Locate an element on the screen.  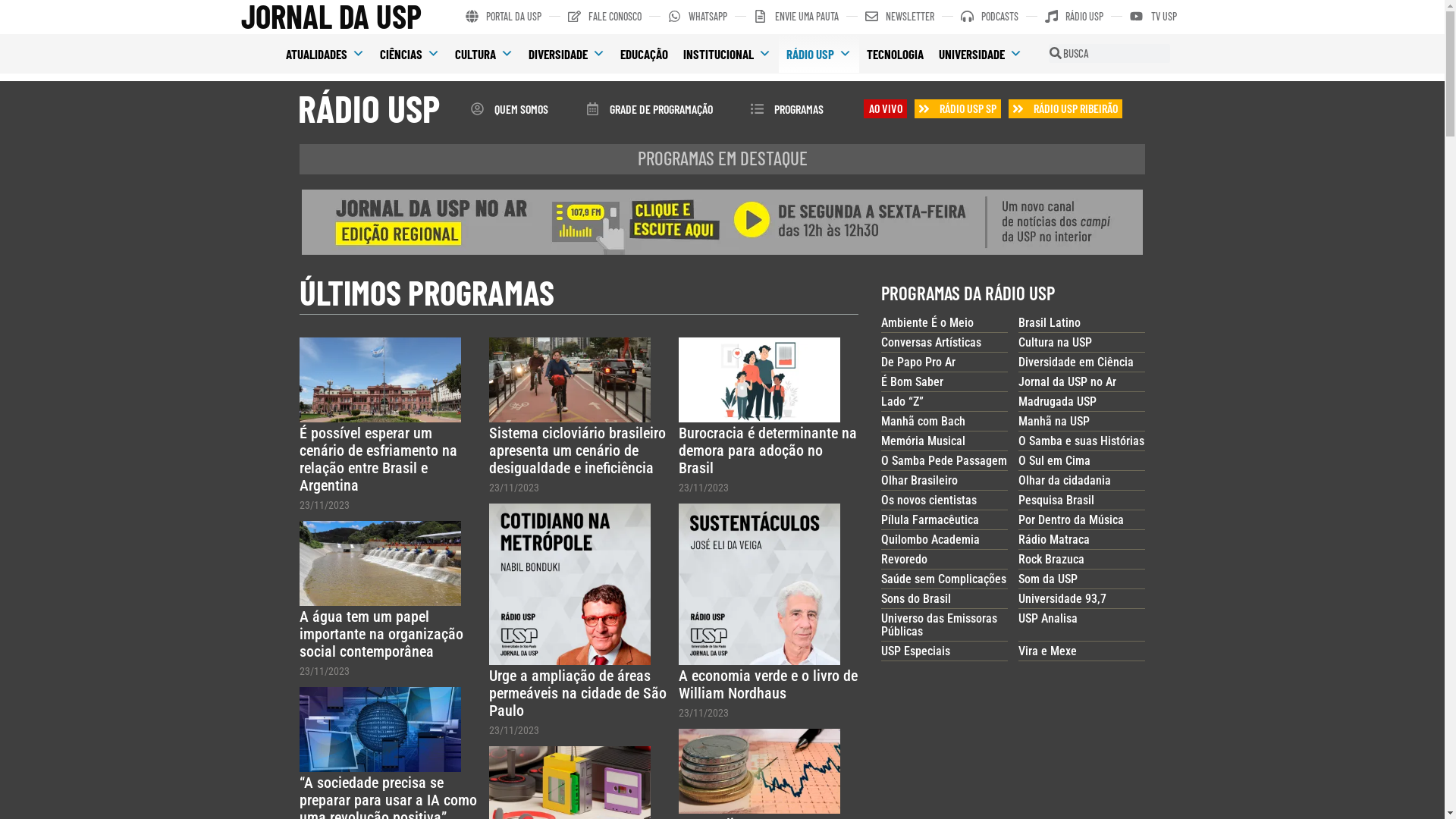
'ATUALIDADES' is located at coordinates (324, 52).